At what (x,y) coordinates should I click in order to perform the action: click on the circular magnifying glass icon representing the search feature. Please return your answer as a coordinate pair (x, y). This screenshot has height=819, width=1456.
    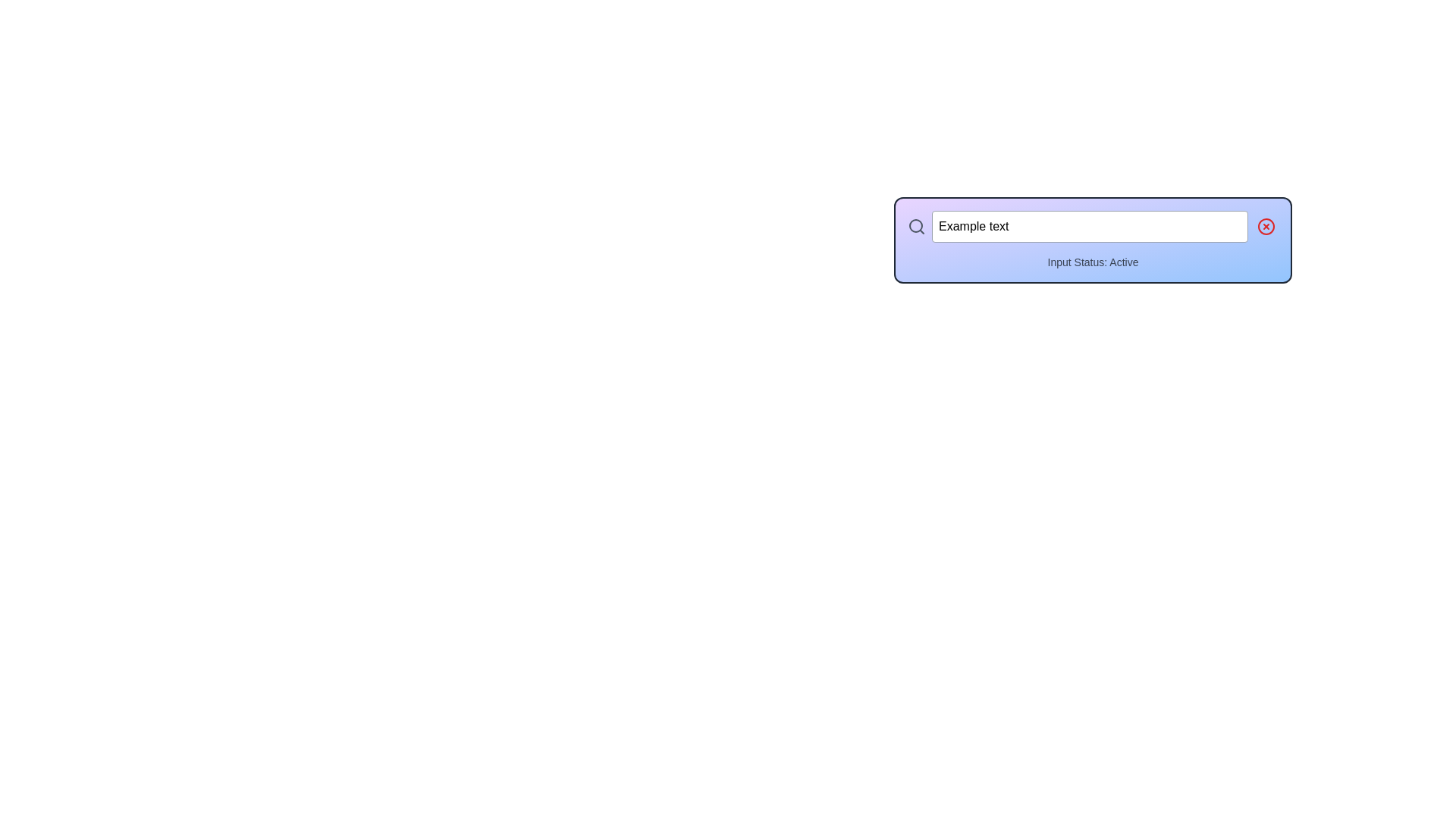
    Looking at the image, I should click on (916, 227).